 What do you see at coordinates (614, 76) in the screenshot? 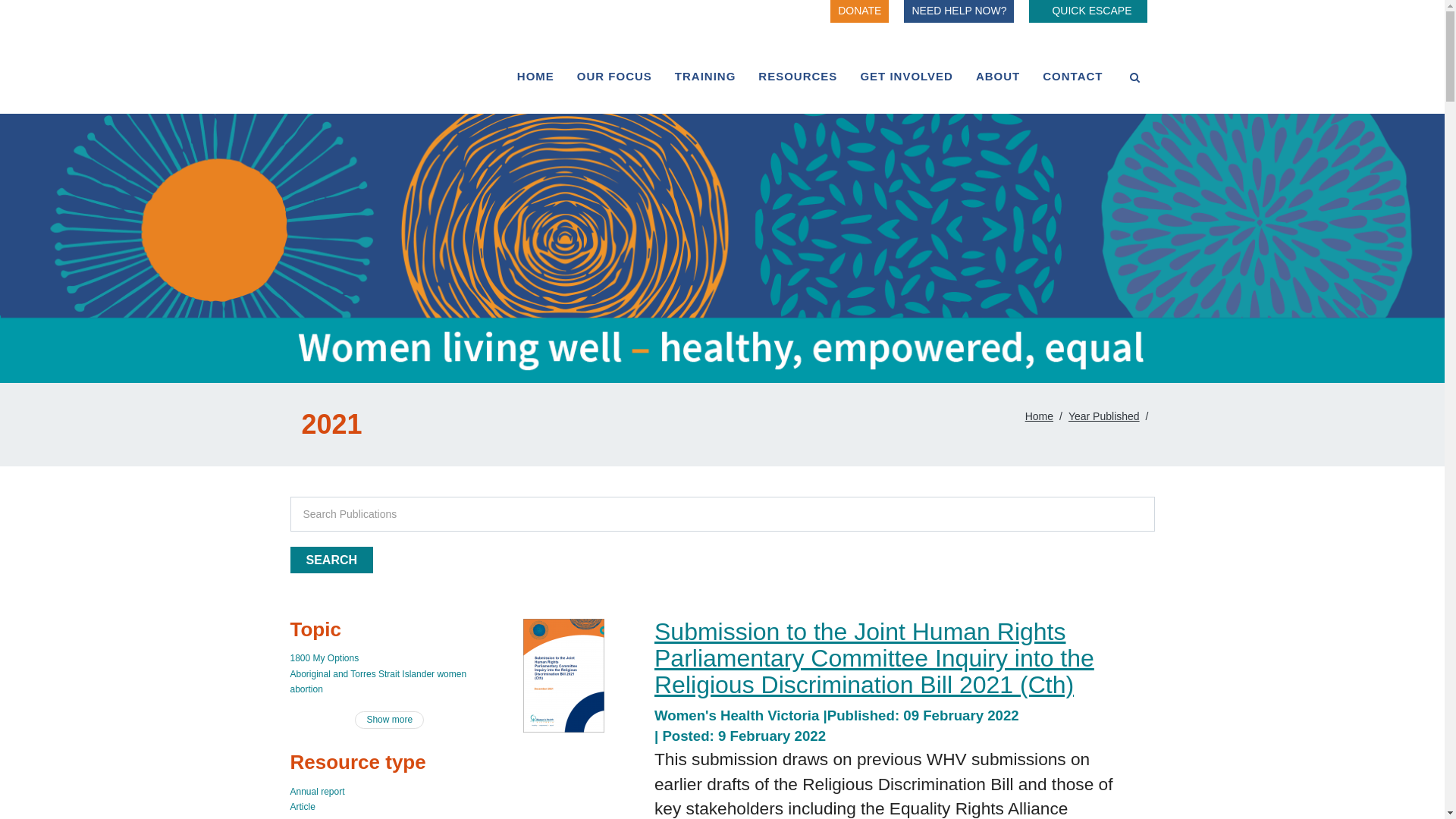
I see `'OUR FOCUS'` at bounding box center [614, 76].